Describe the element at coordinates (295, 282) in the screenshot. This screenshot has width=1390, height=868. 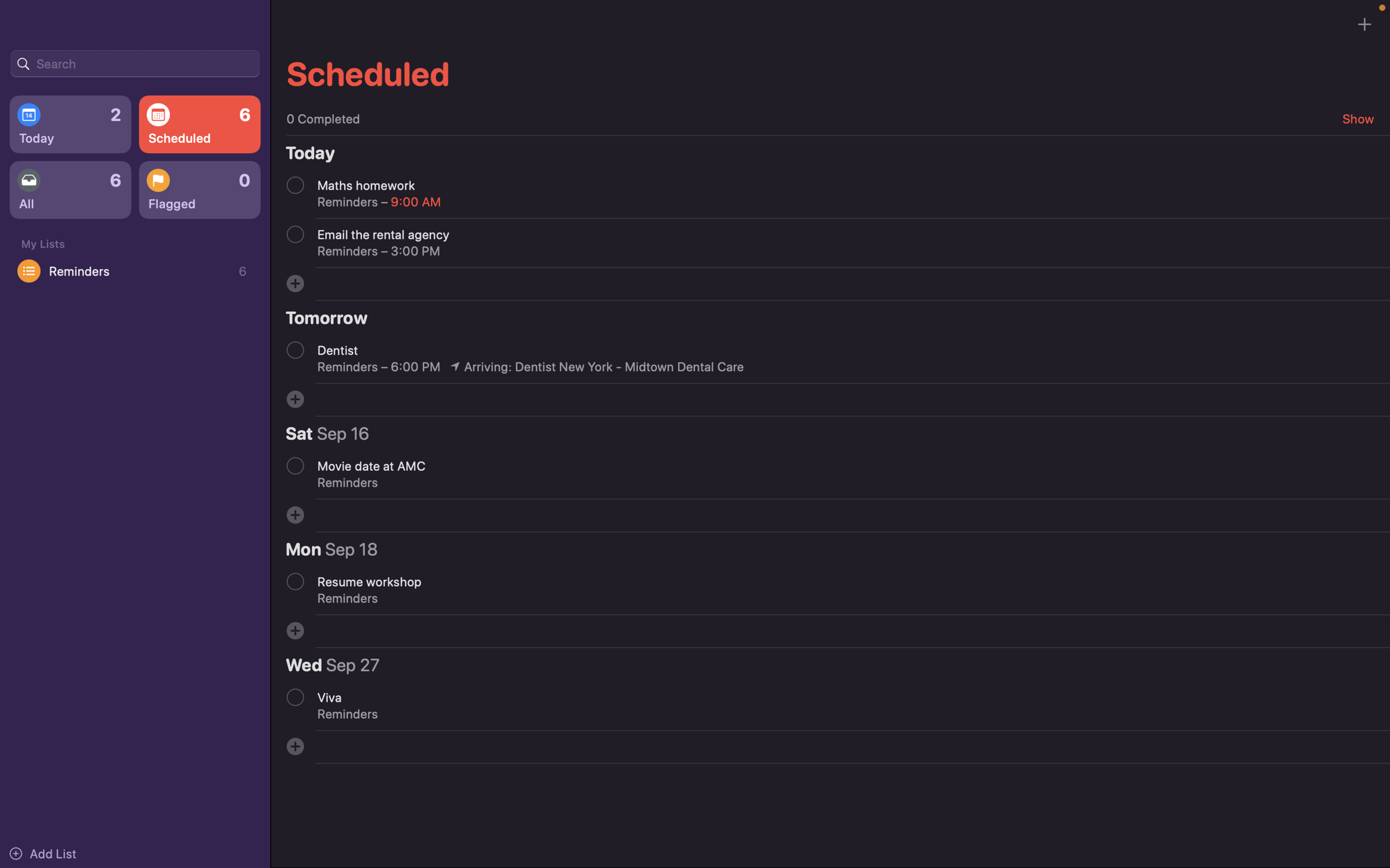
I see `Organize a discussion with clients for the following week` at that location.